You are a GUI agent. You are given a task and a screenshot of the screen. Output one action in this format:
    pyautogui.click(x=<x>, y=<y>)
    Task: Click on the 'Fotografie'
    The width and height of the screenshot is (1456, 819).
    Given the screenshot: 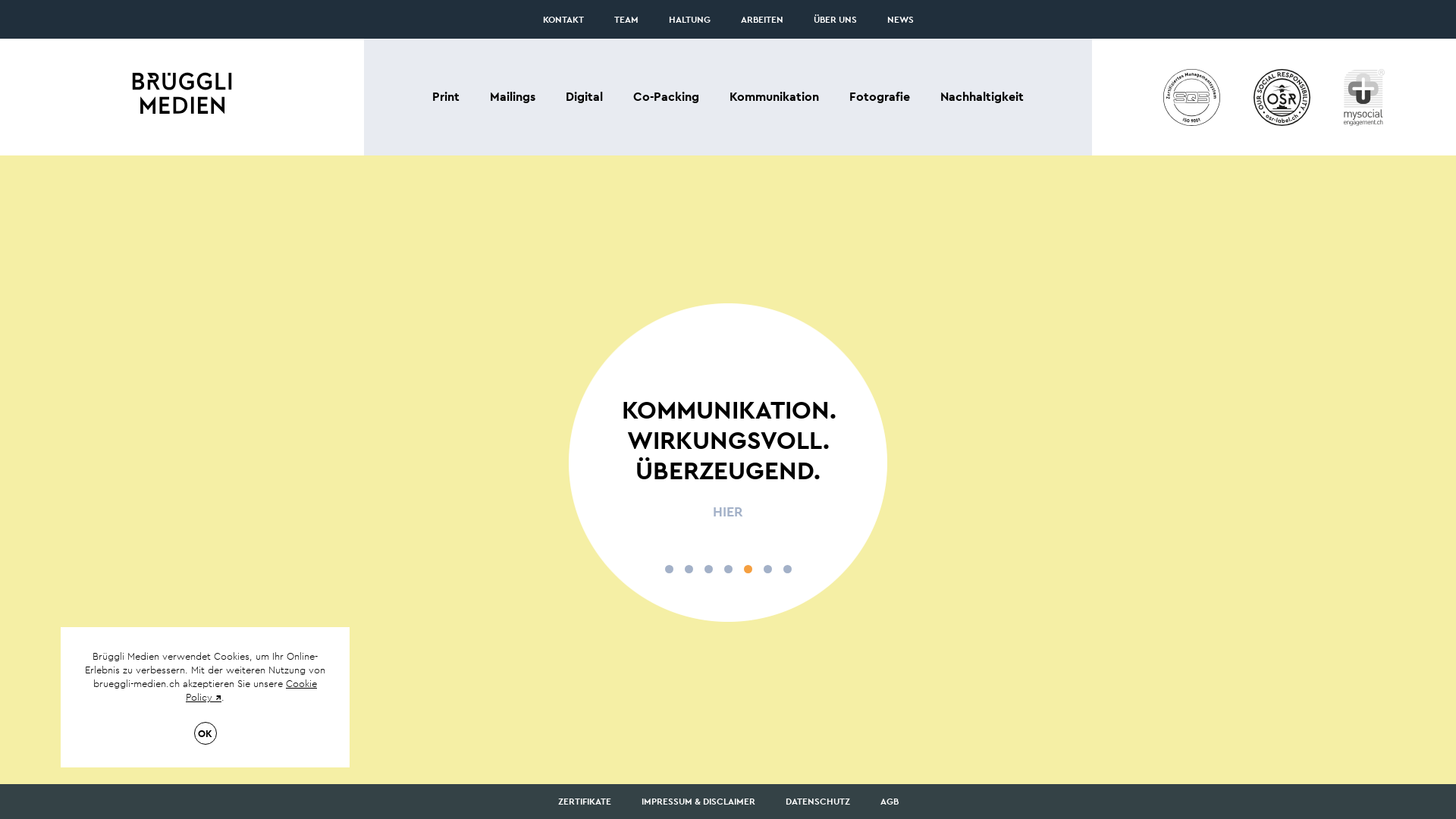 What is the action you would take?
    pyautogui.click(x=880, y=96)
    